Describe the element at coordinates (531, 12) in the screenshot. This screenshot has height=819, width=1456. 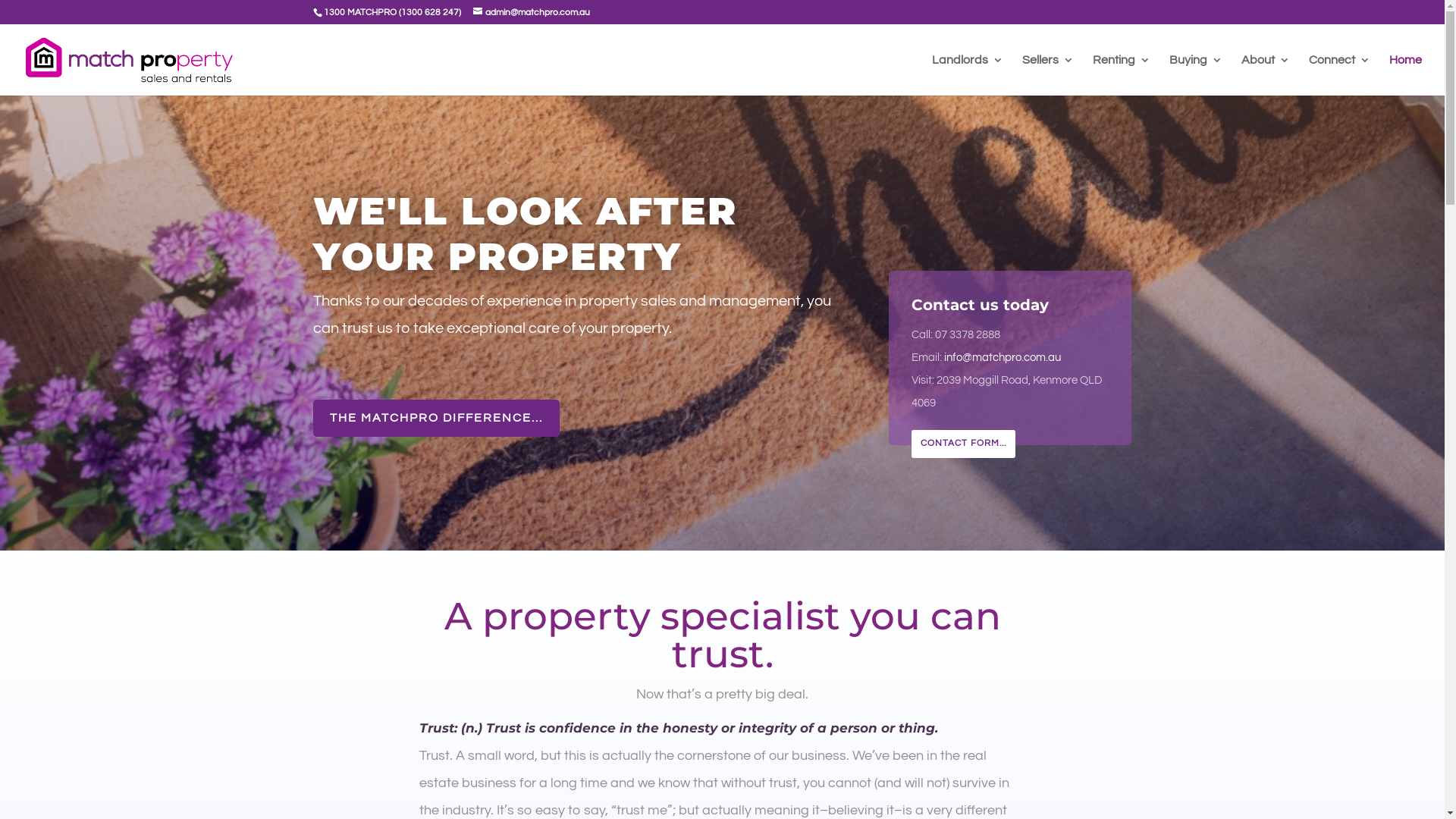
I see `'admin@matchpro.com.au'` at that location.